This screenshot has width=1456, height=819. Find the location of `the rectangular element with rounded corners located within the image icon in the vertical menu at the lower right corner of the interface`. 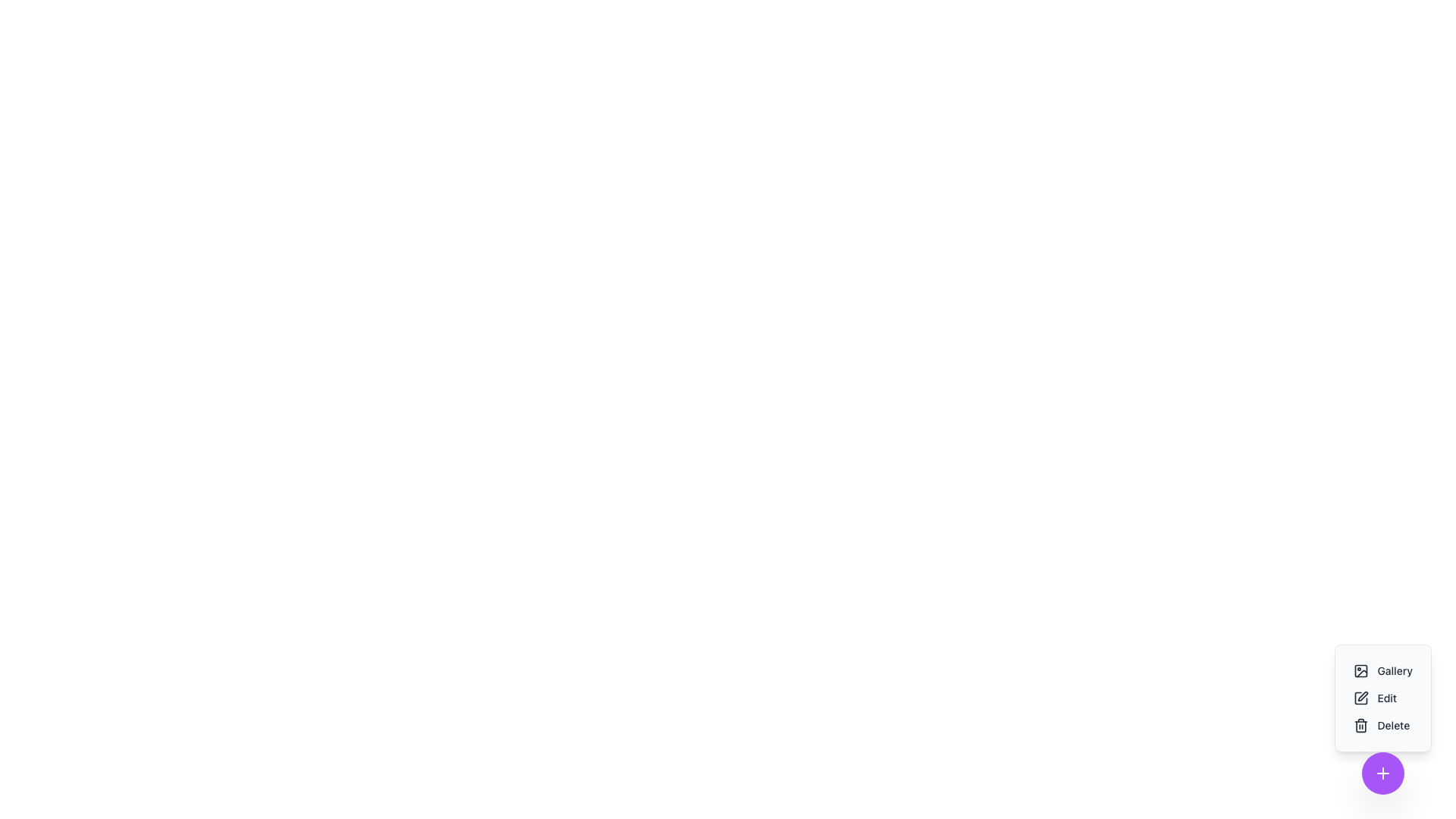

the rectangular element with rounded corners located within the image icon in the vertical menu at the lower right corner of the interface is located at coordinates (1360, 670).